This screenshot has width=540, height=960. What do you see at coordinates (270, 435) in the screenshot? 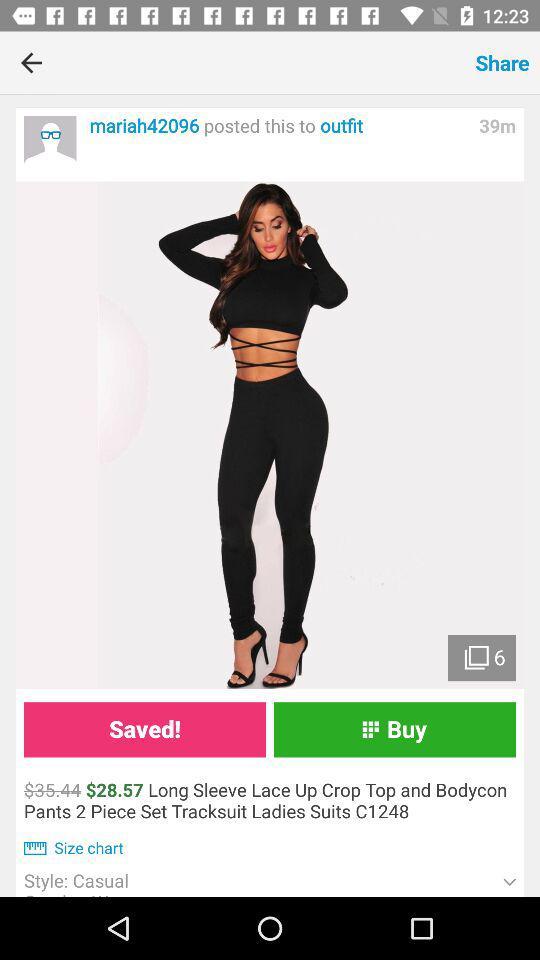
I see `more pictures` at bounding box center [270, 435].